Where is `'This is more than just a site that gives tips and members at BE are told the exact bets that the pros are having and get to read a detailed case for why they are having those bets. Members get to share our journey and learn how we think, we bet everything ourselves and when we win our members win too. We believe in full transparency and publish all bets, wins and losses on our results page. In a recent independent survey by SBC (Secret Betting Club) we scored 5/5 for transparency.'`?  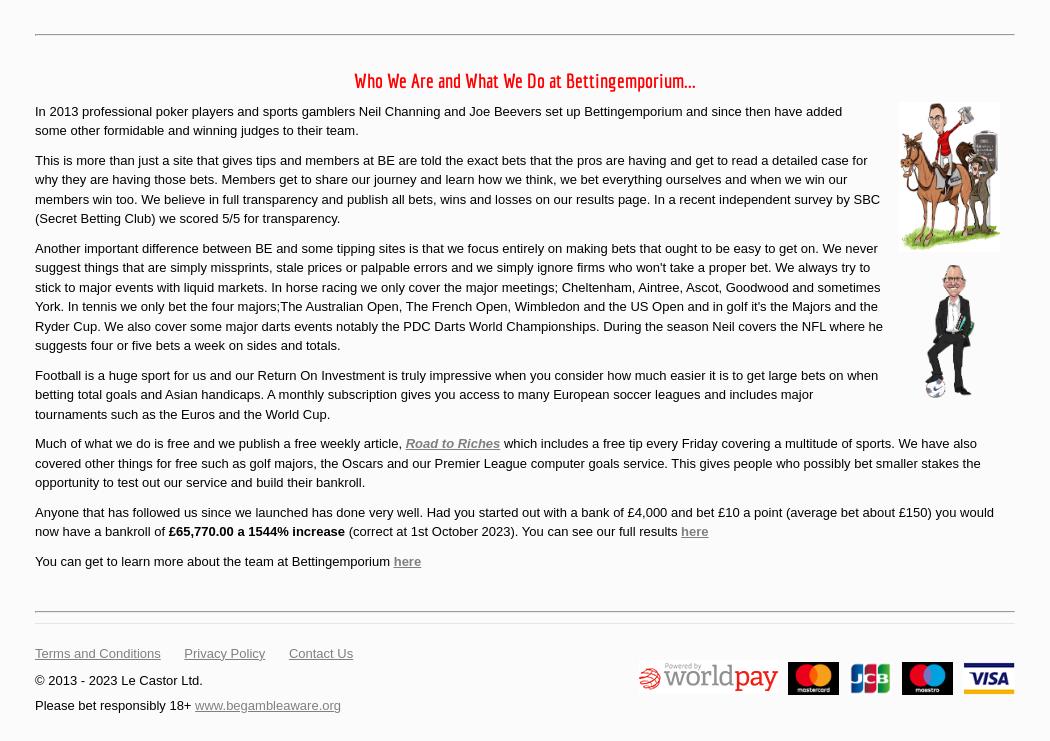 'This is more than just a site that gives tips and members at BE are told the exact bets that the pros are having and get to read a detailed case for why they are having those bets. Members get to share our journey and learn how we think, we bet everything ourselves and when we win our members win too. We believe in full transparency and publish all bets, wins and losses on our results page. In a recent independent survey by SBC (Secret Betting Club) we scored 5/5 for transparency.' is located at coordinates (457, 188).